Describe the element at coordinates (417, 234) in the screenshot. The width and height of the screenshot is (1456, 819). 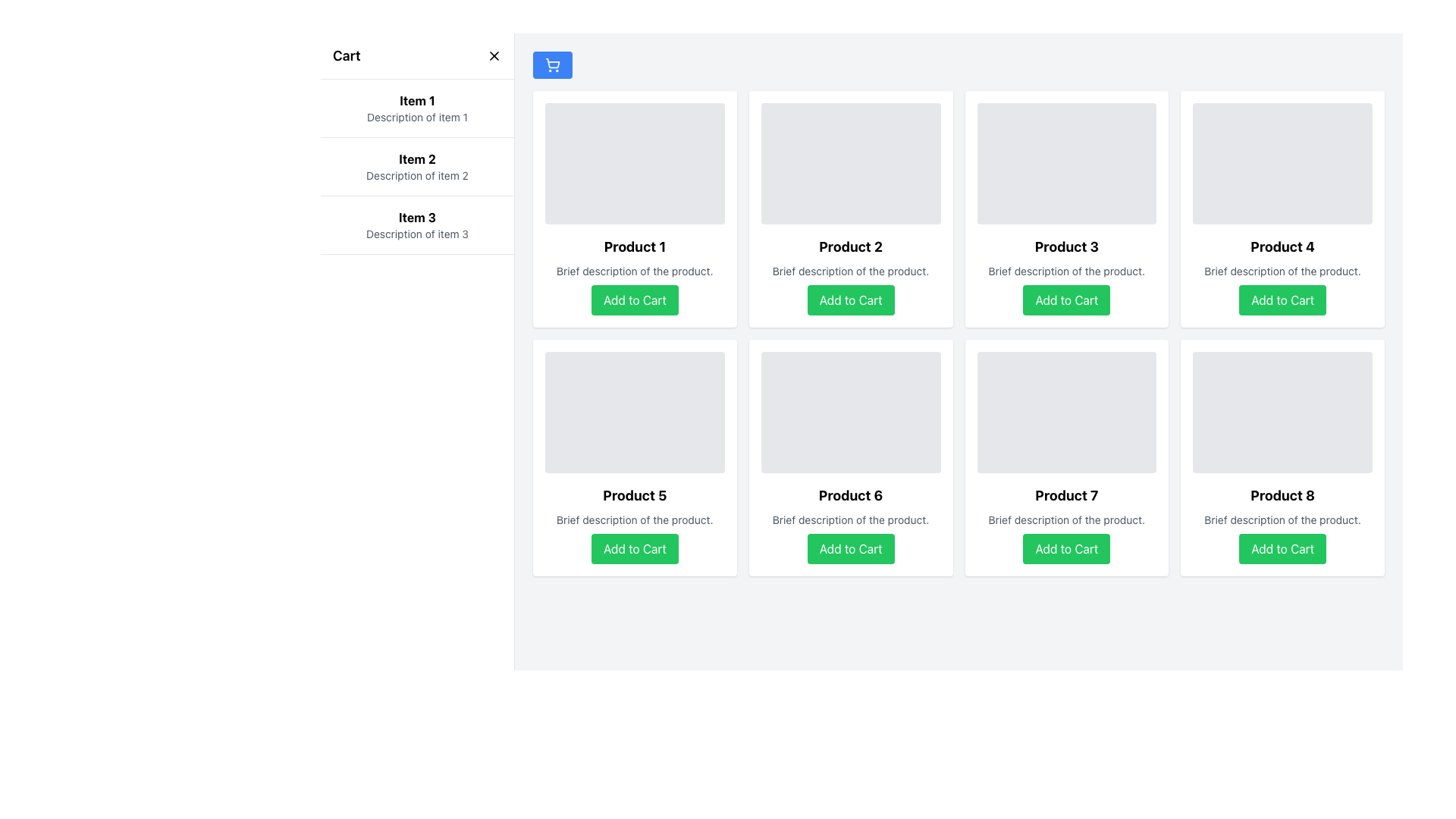
I see `the label that provides supplementary text for 'Item 3' in the cart, located directly below 'Item 3' in the cart section` at that location.